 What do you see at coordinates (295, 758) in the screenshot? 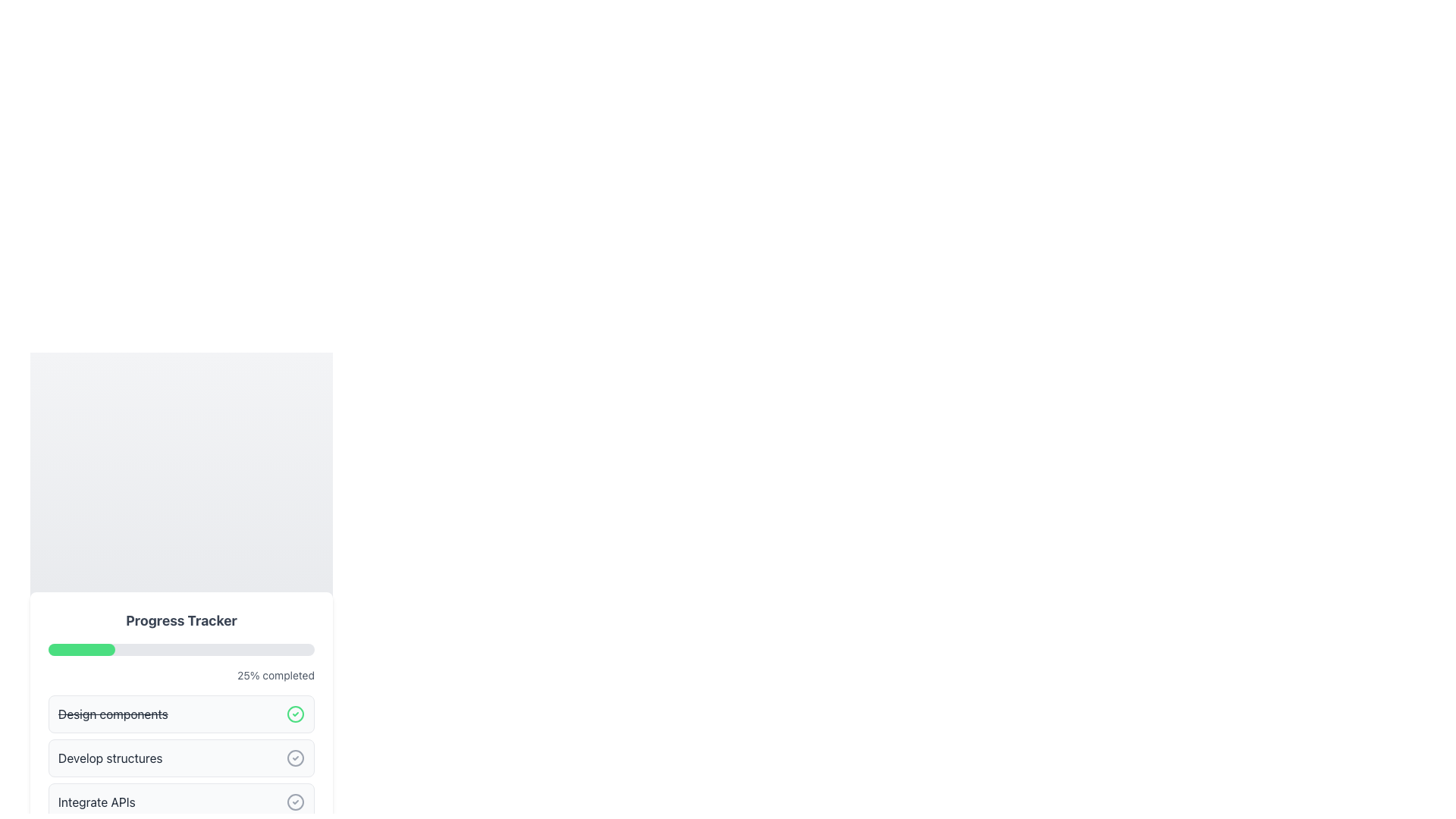
I see `the completion status icon located to the right of the text 'Develop structures'` at bounding box center [295, 758].